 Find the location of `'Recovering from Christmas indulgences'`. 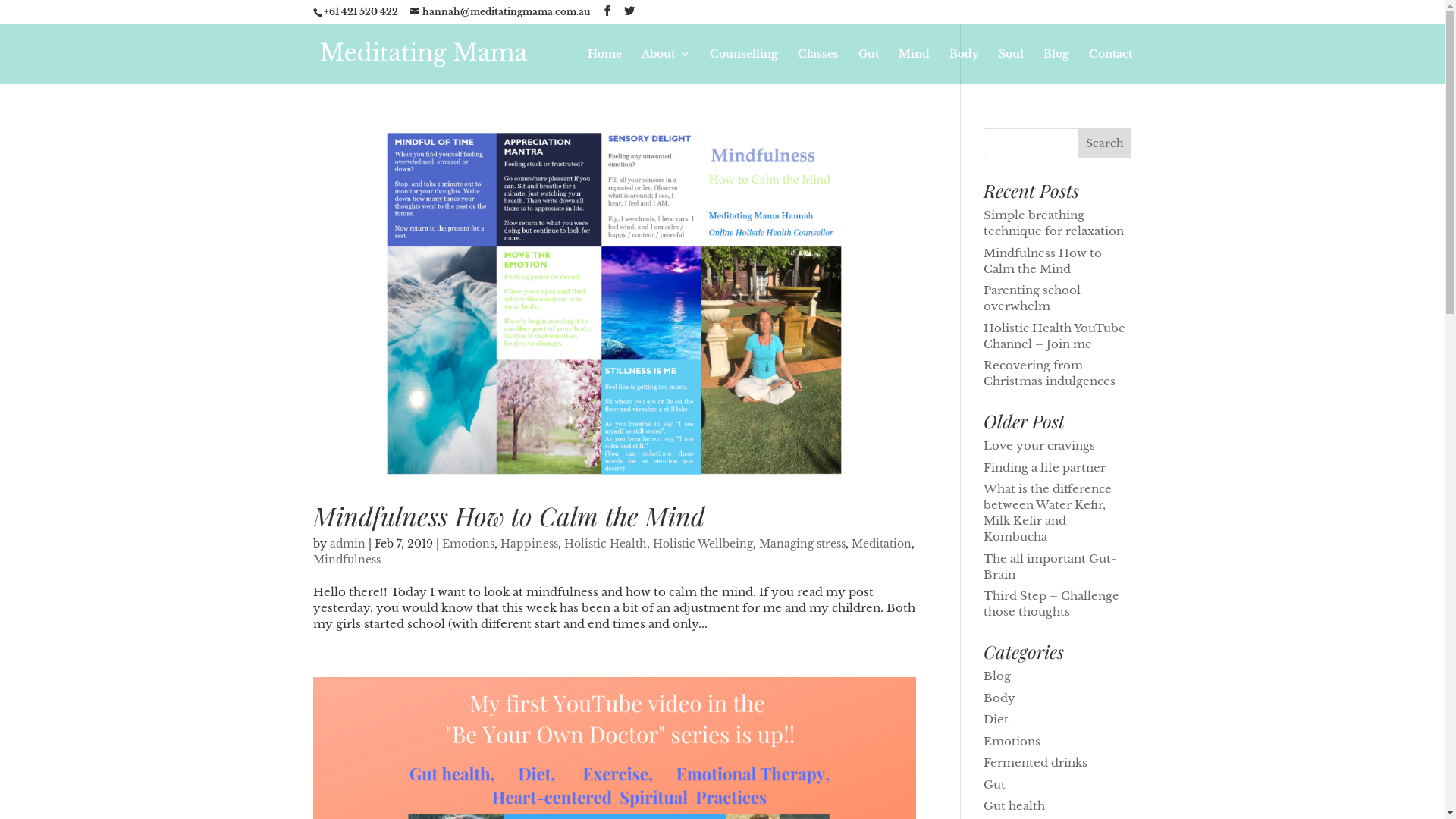

'Recovering from Christmas indulgences' is located at coordinates (1048, 373).